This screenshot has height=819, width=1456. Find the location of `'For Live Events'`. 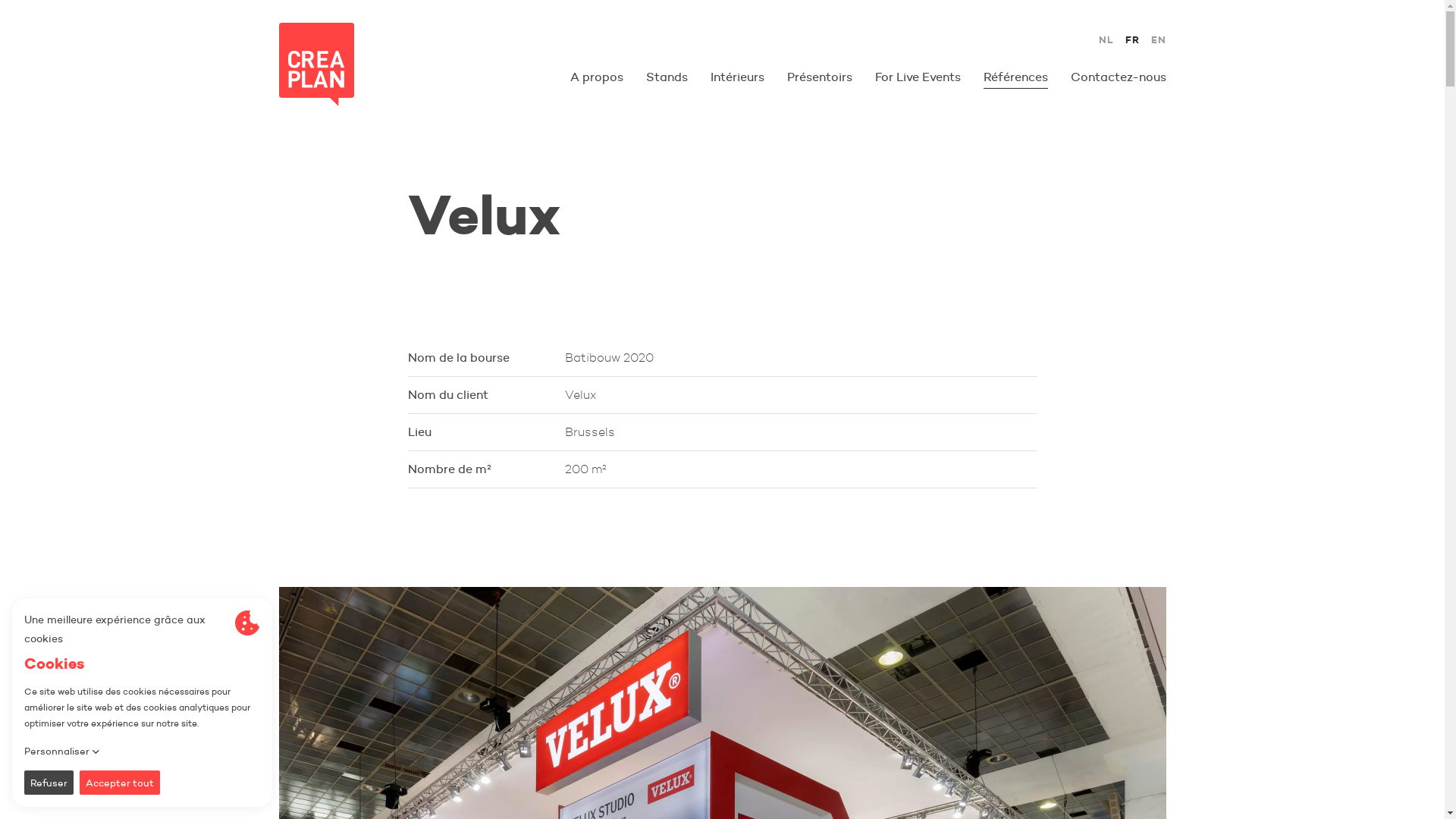

'For Live Events' is located at coordinates (917, 77).